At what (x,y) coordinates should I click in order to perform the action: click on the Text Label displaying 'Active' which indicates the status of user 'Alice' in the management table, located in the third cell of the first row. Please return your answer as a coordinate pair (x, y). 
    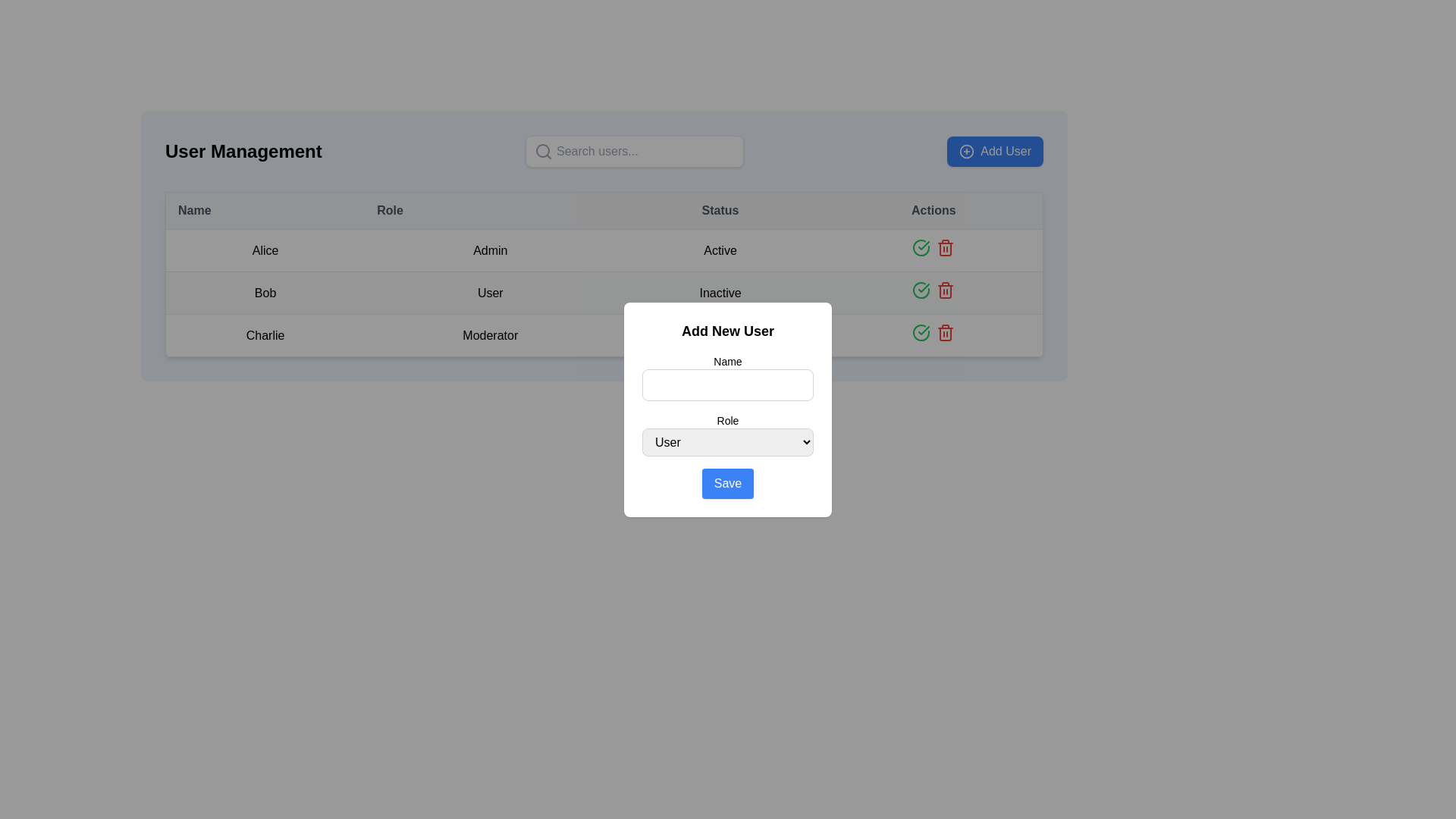
    Looking at the image, I should click on (720, 249).